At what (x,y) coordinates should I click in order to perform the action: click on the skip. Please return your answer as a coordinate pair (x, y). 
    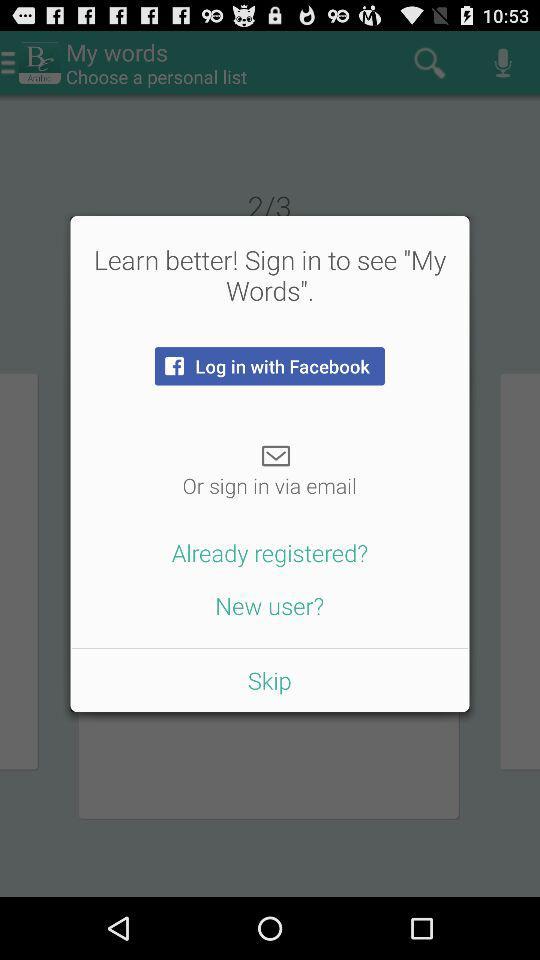
    Looking at the image, I should click on (269, 680).